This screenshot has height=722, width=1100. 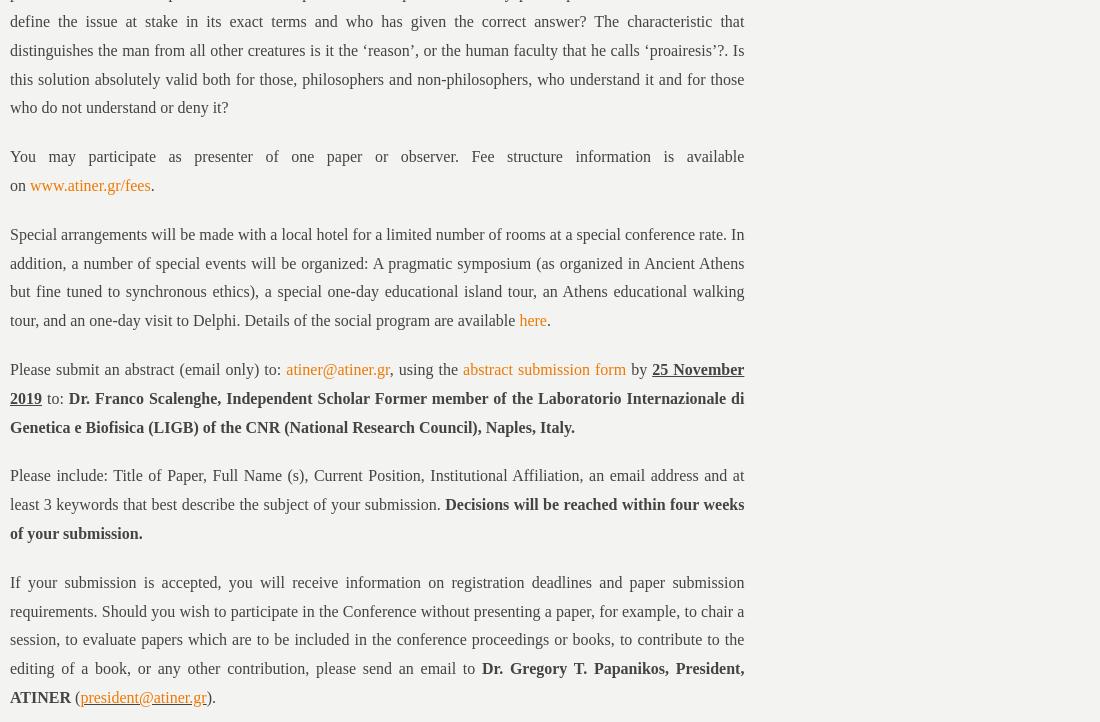 I want to click on '25 November 2019', so click(x=376, y=383).